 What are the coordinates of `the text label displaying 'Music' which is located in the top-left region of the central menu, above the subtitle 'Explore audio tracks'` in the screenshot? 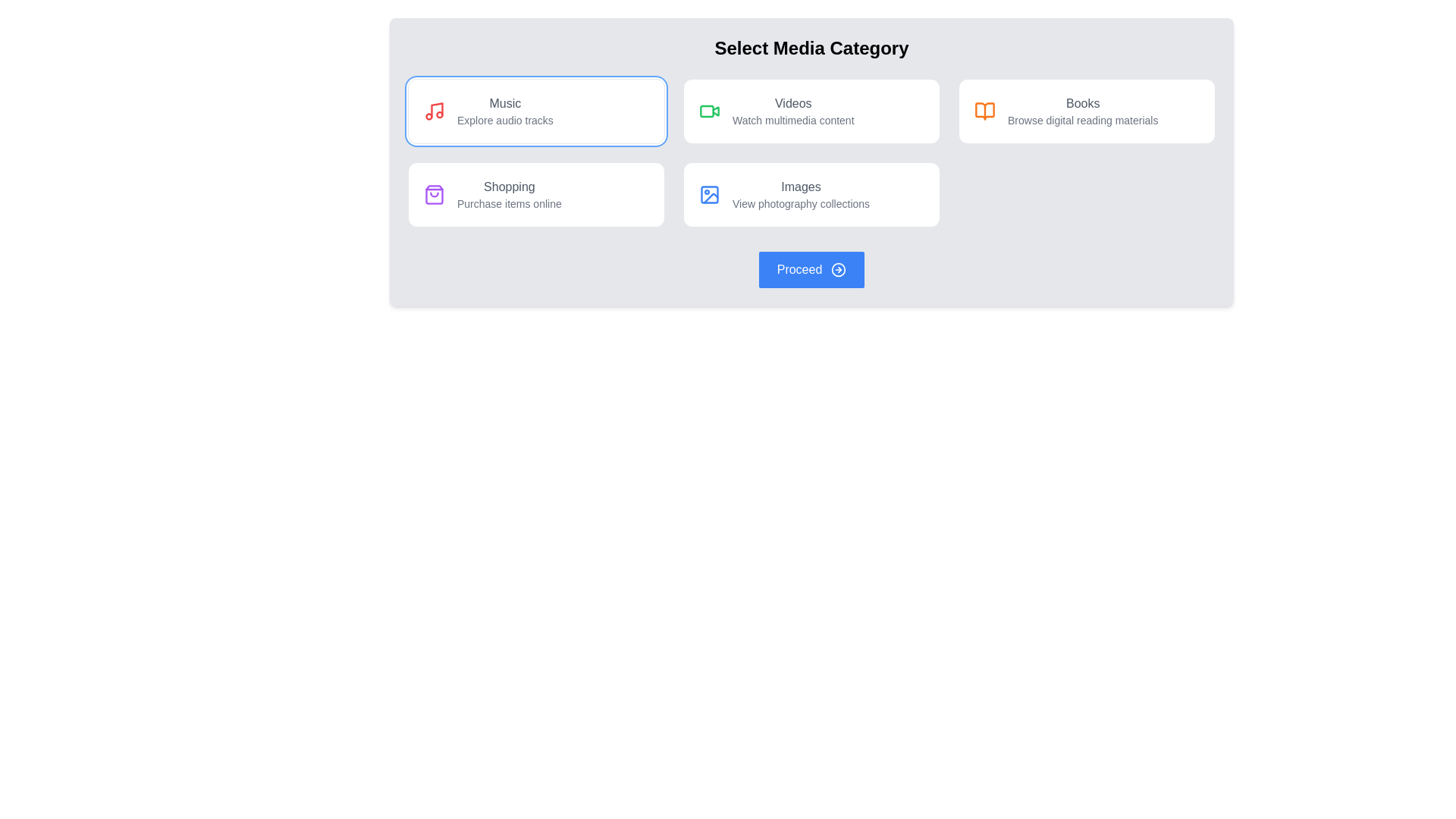 It's located at (505, 103).